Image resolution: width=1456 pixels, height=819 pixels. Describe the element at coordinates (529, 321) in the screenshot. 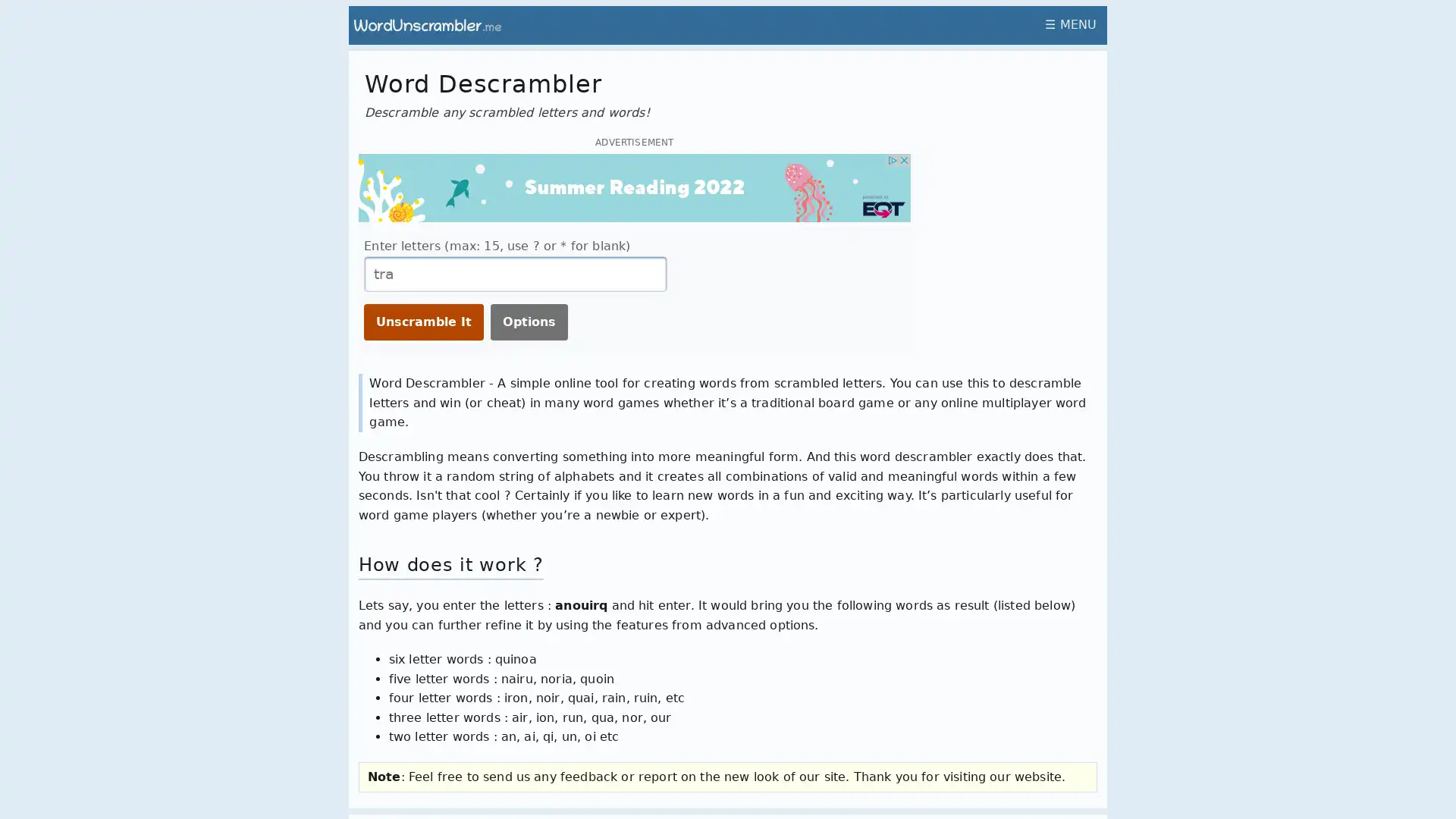

I see `Options` at that location.